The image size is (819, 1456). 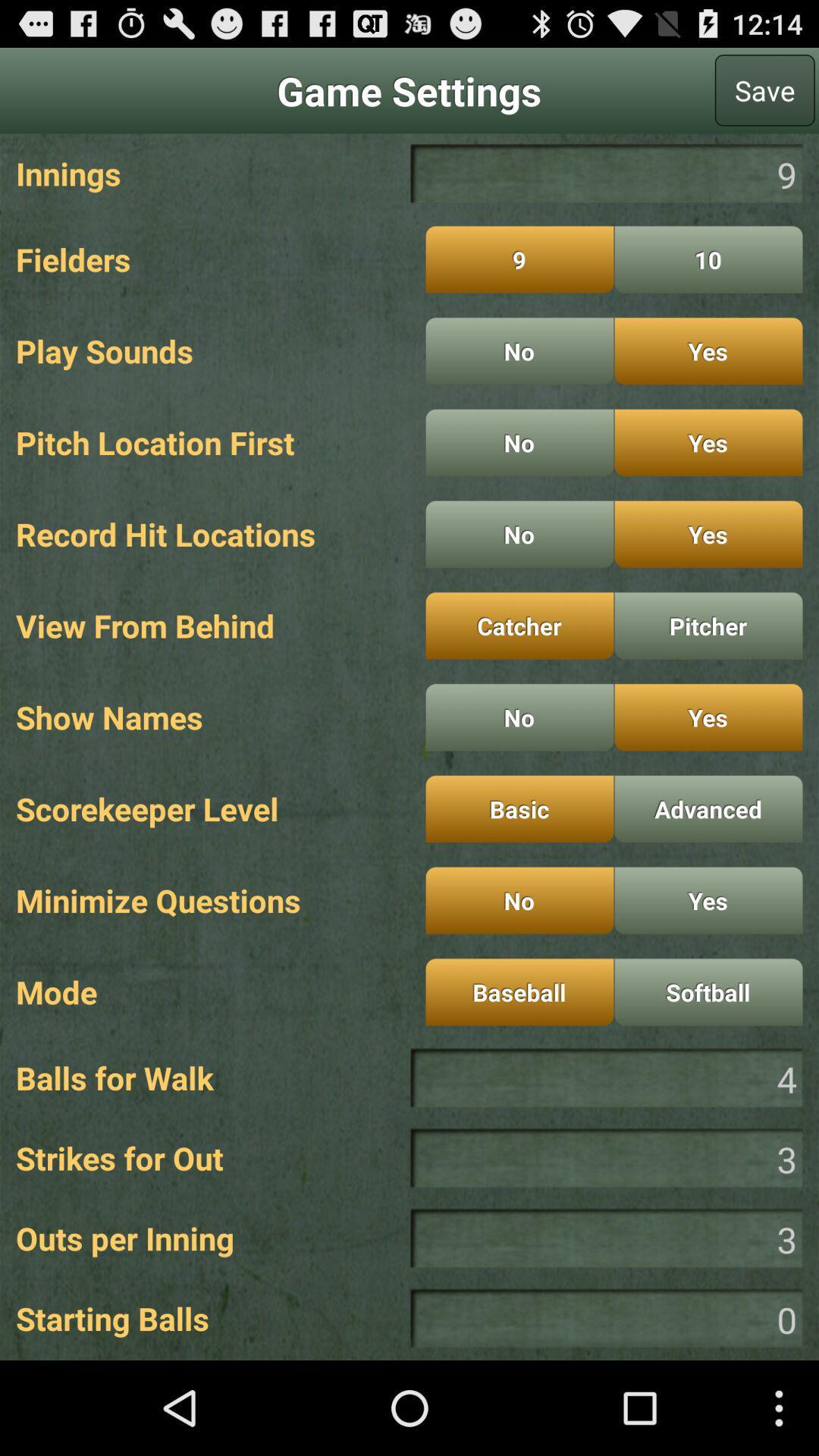 What do you see at coordinates (519, 992) in the screenshot?
I see `the button which is next to the mode` at bounding box center [519, 992].